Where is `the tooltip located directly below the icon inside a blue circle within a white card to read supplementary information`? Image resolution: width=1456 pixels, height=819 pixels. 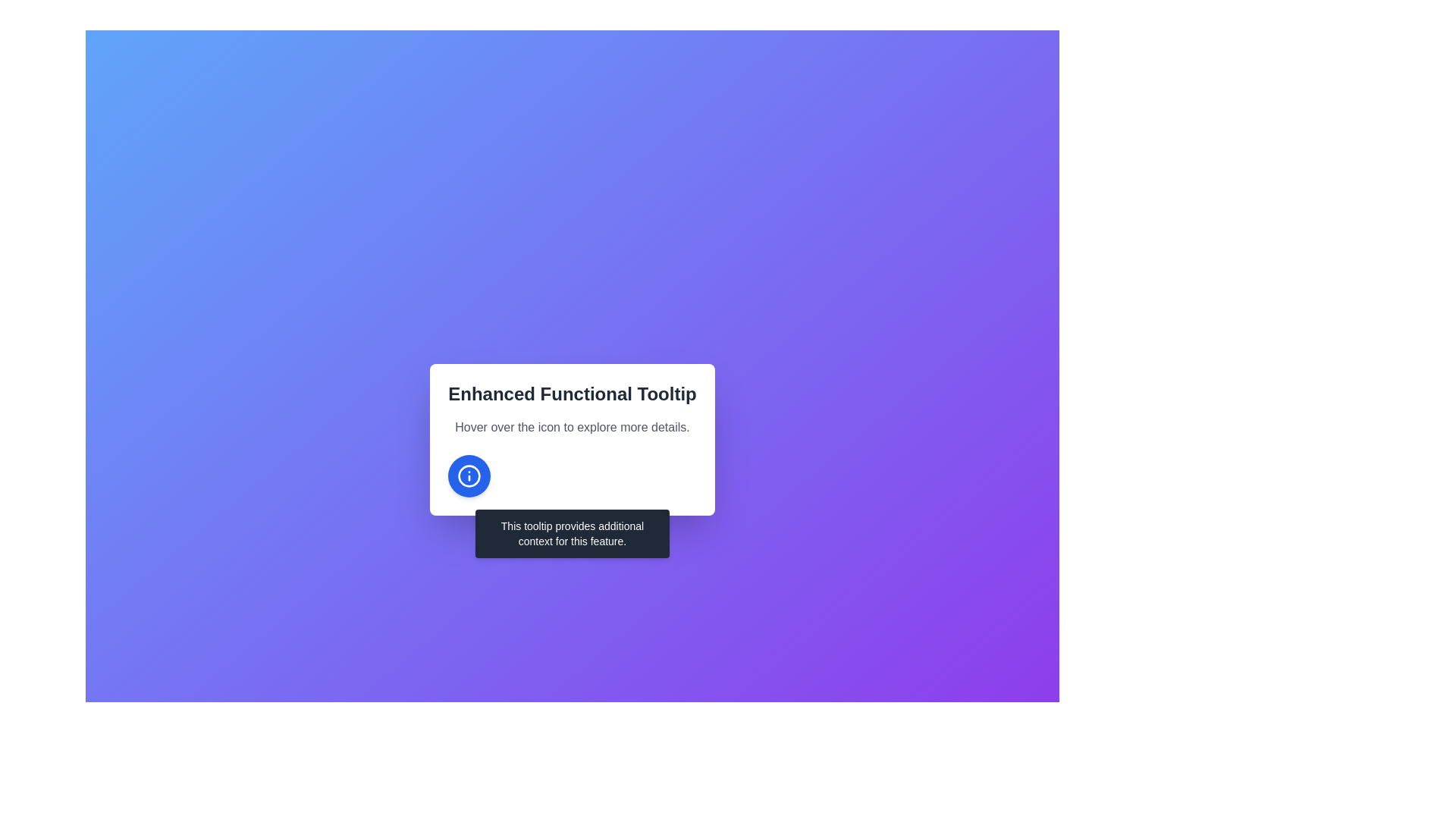
the tooltip located directly below the icon inside a blue circle within a white card to read supplementary information is located at coordinates (571, 533).